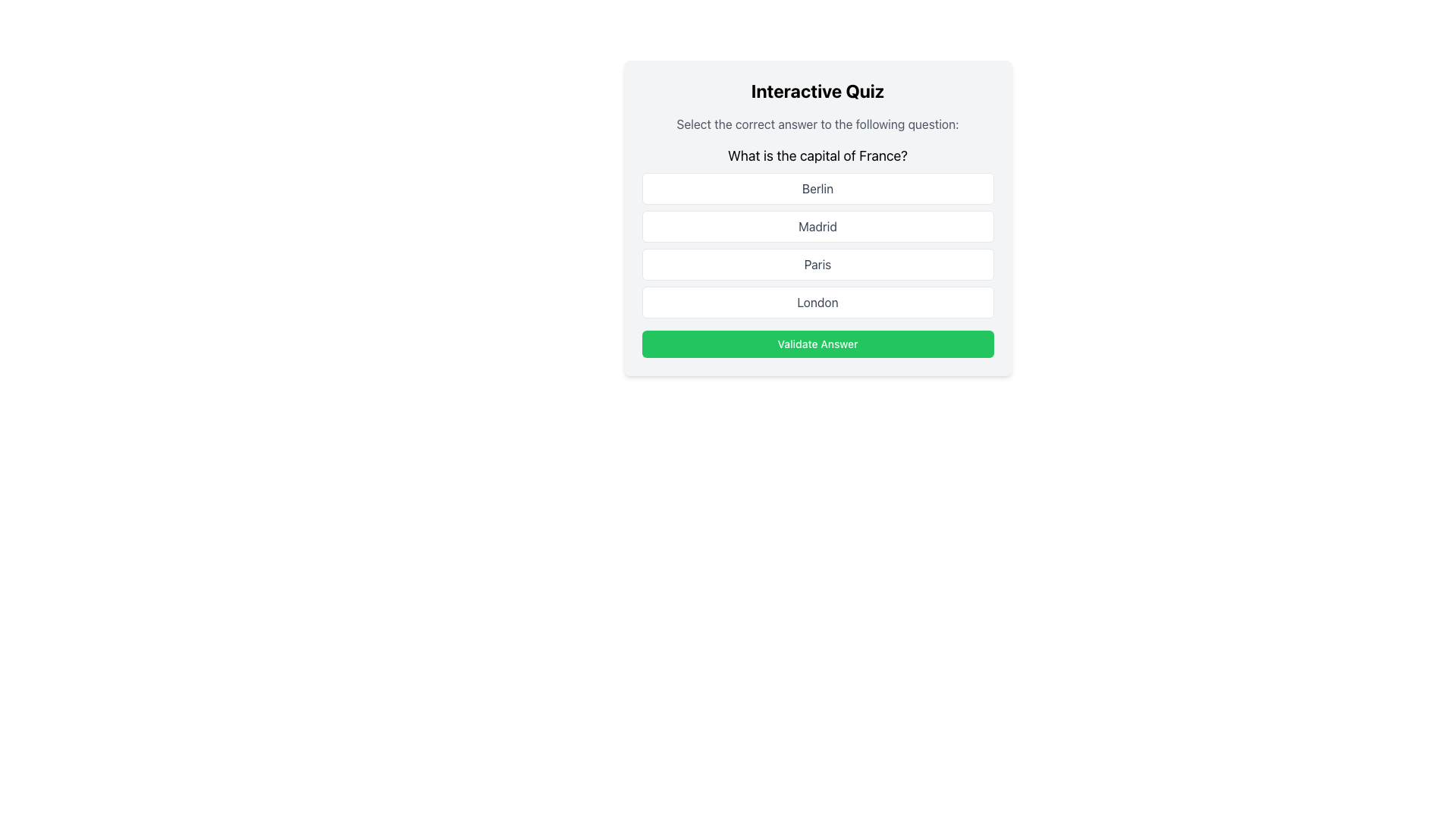  Describe the element at coordinates (817, 188) in the screenshot. I see `the first answer option button in the quiz interface` at that location.